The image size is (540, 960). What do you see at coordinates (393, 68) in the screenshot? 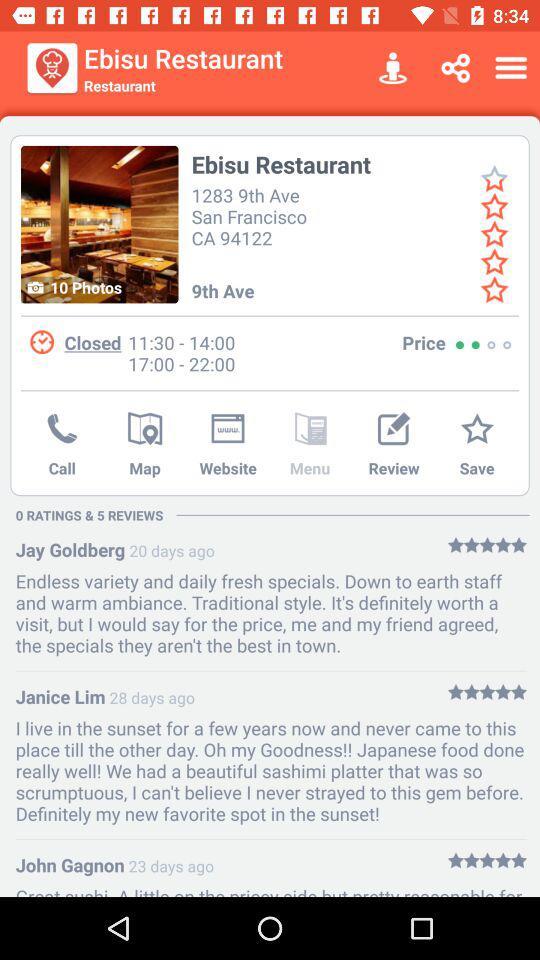
I see `item to the right of ebisu restaurant icon` at bounding box center [393, 68].